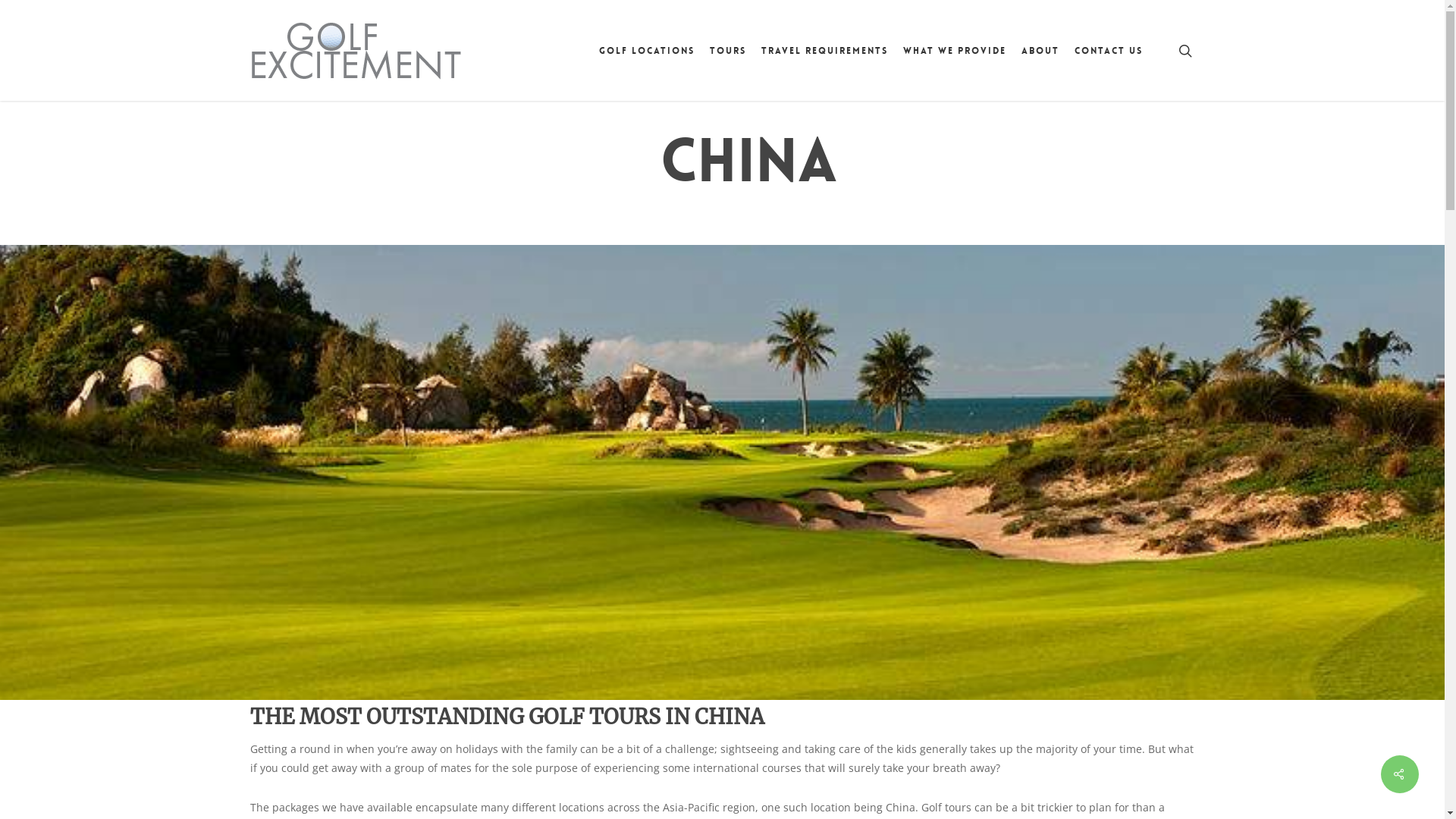 This screenshot has height=819, width=1456. I want to click on 'TRAVEL REQUIREMENTS', so click(824, 49).